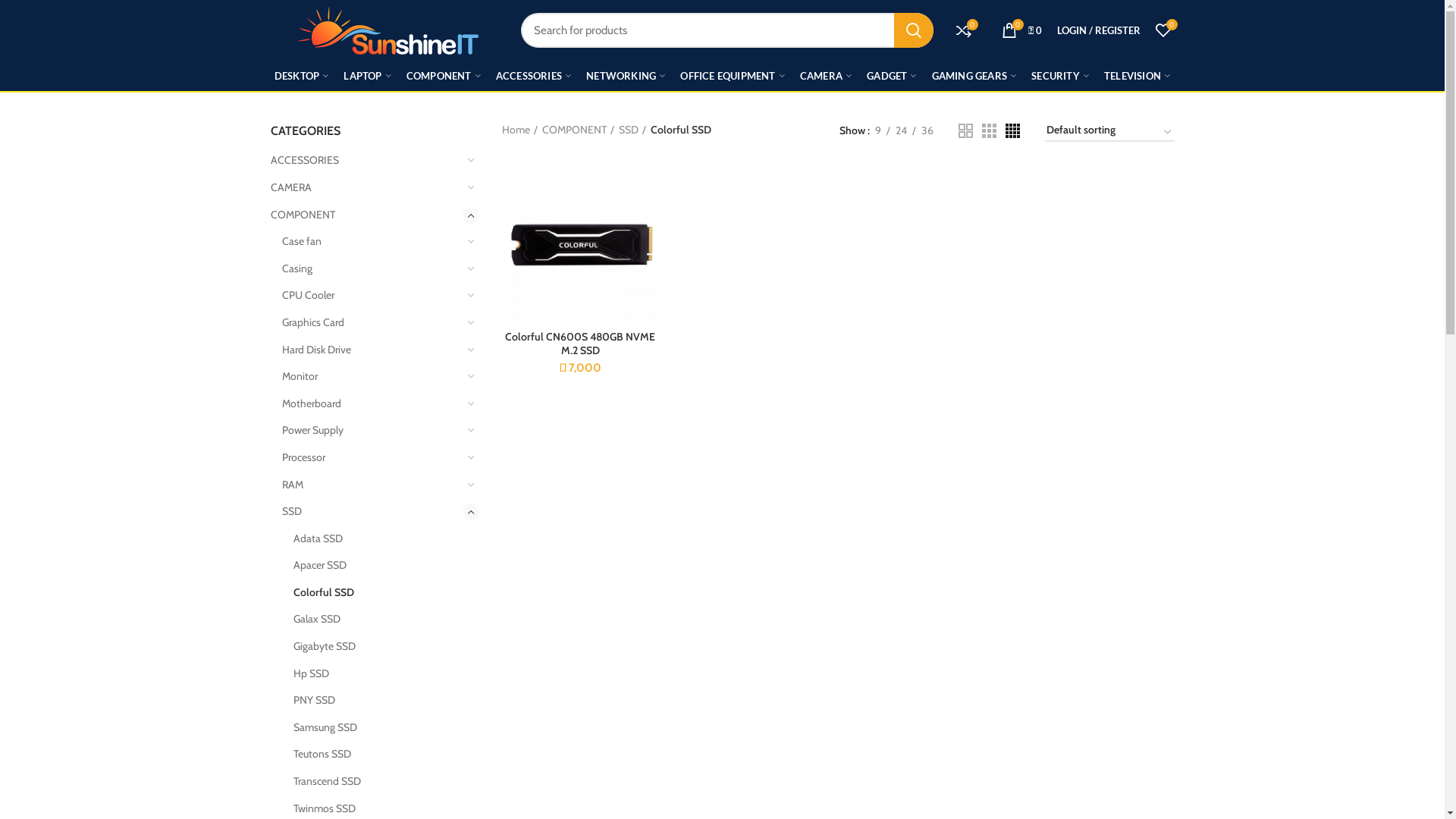 This screenshot has height=819, width=1456. I want to click on 'PNY SSD', so click(376, 701).